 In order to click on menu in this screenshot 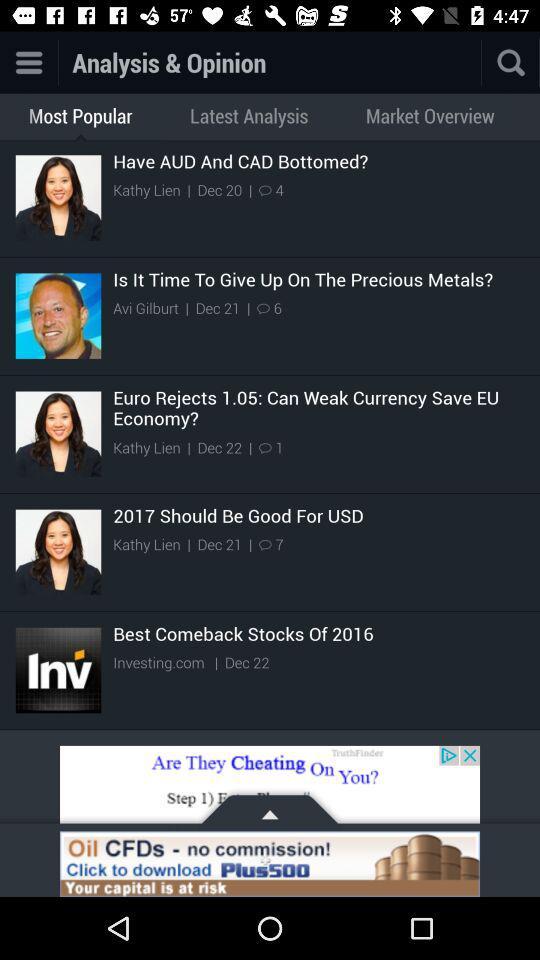, I will do `click(27, 62)`.